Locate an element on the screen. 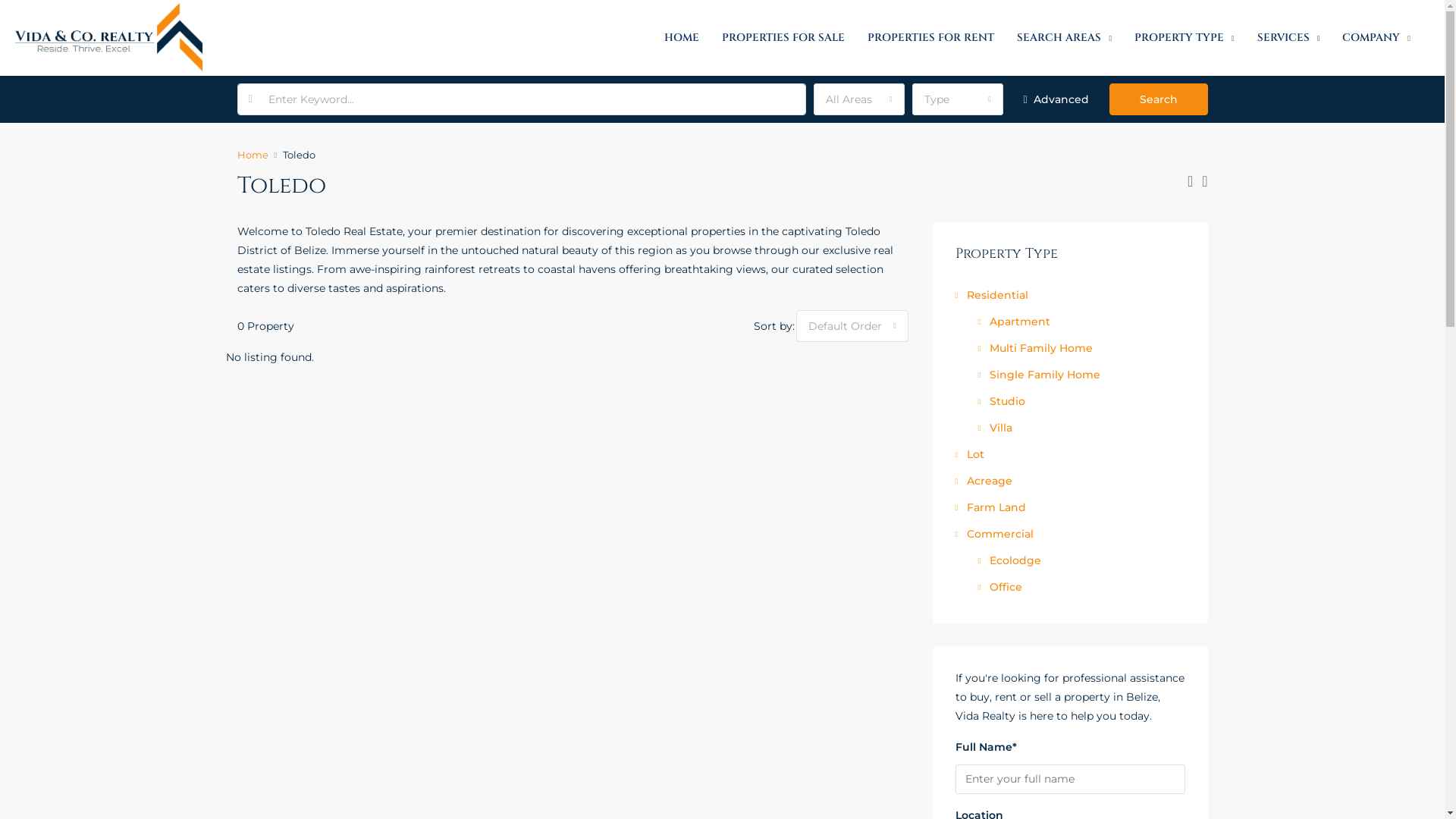 This screenshot has width=1456, height=819. 'Default Order' is located at coordinates (852, 325).